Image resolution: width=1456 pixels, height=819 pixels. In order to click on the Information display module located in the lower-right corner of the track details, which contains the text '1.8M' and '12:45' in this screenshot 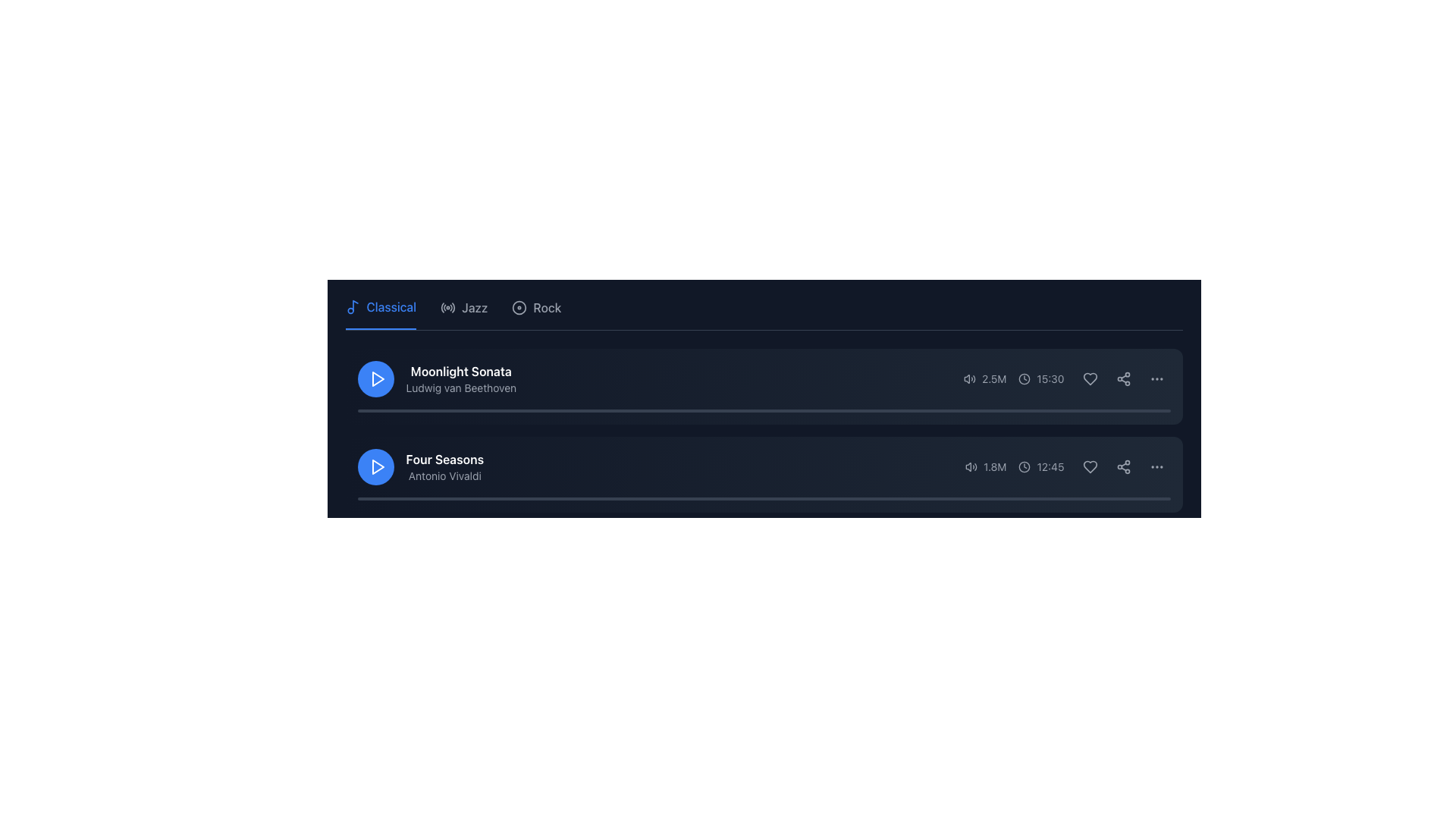, I will do `click(1067, 466)`.